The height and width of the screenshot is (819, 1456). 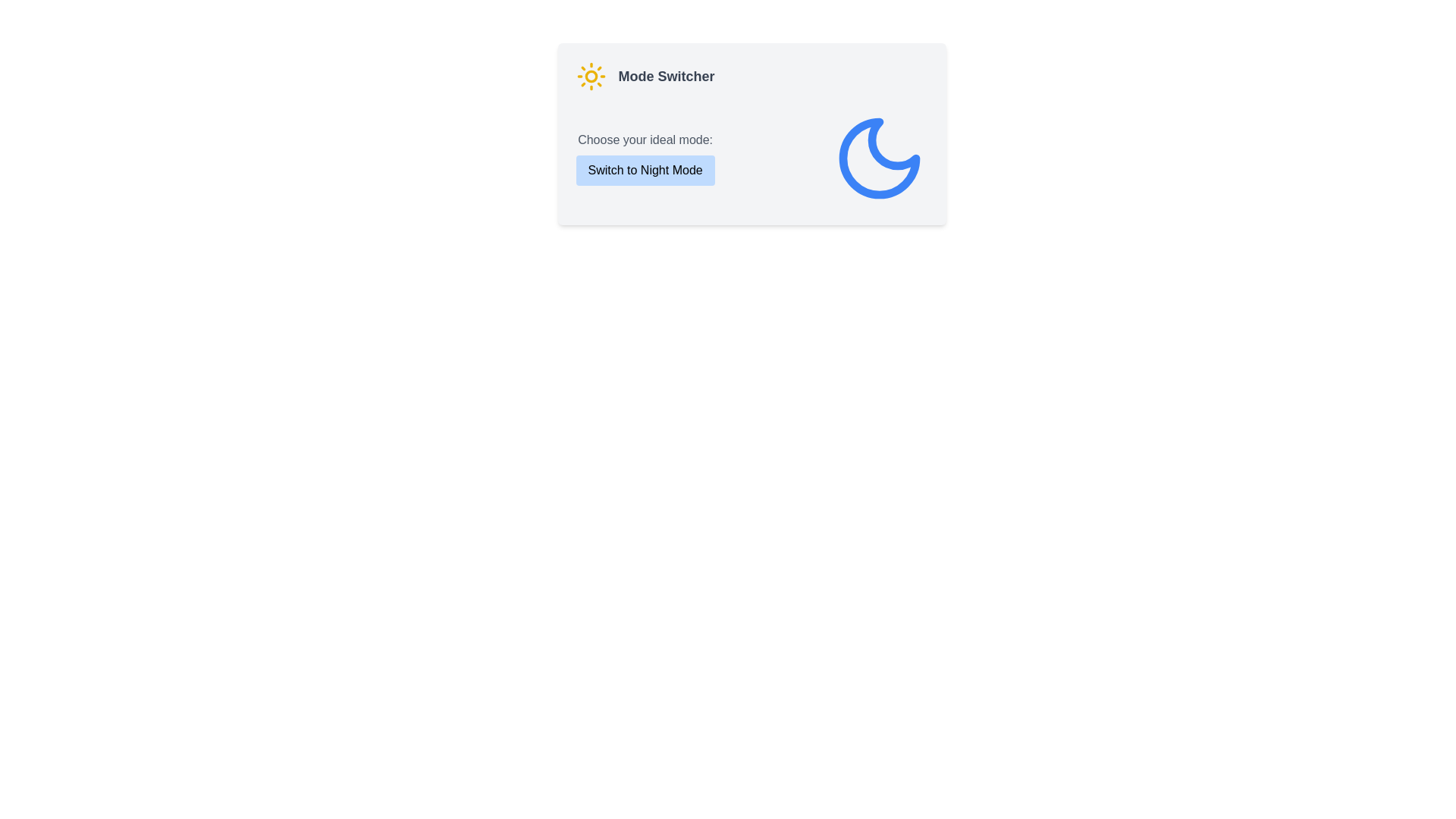 What do you see at coordinates (879, 158) in the screenshot?
I see `the 'Night Mode' icon located in the 'Mode Switcher' section, positioned on the right side next to the 'Switch to Night Mode' button` at bounding box center [879, 158].